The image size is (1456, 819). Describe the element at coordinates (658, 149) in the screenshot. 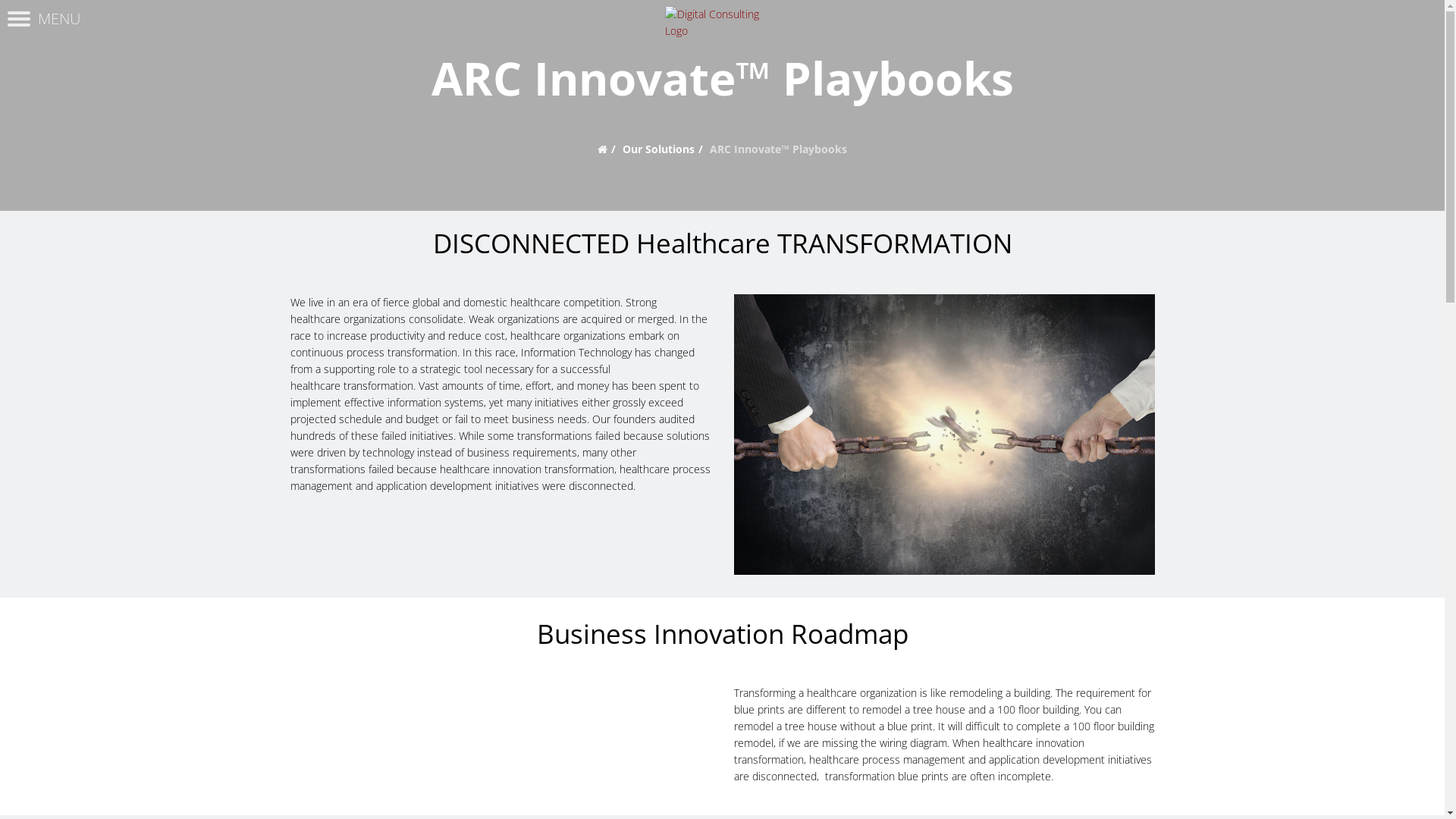

I see `'Our Solutions'` at that location.